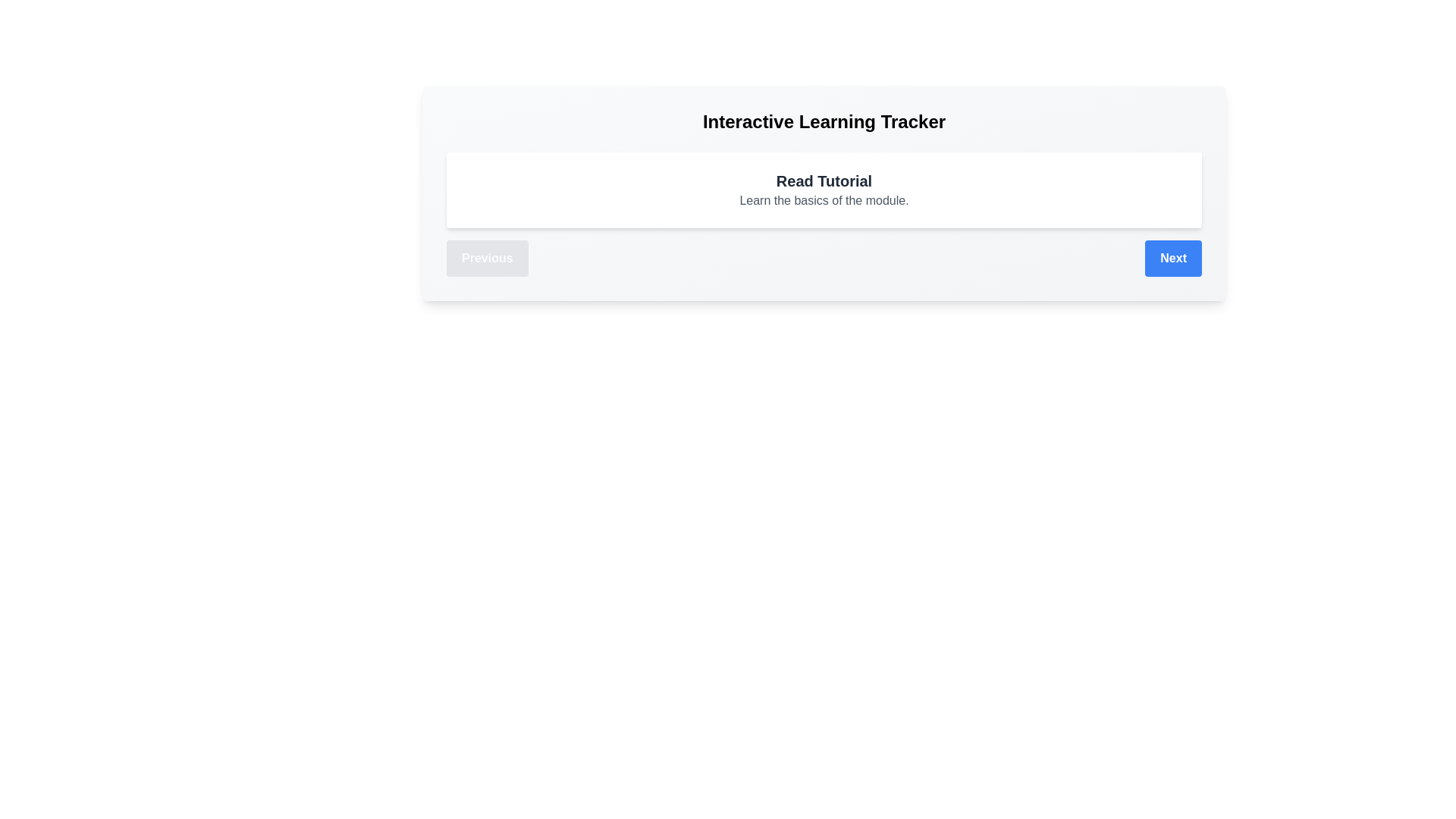 This screenshot has height=819, width=1456. I want to click on the 'Read Tutorial' text to select it, so click(823, 180).